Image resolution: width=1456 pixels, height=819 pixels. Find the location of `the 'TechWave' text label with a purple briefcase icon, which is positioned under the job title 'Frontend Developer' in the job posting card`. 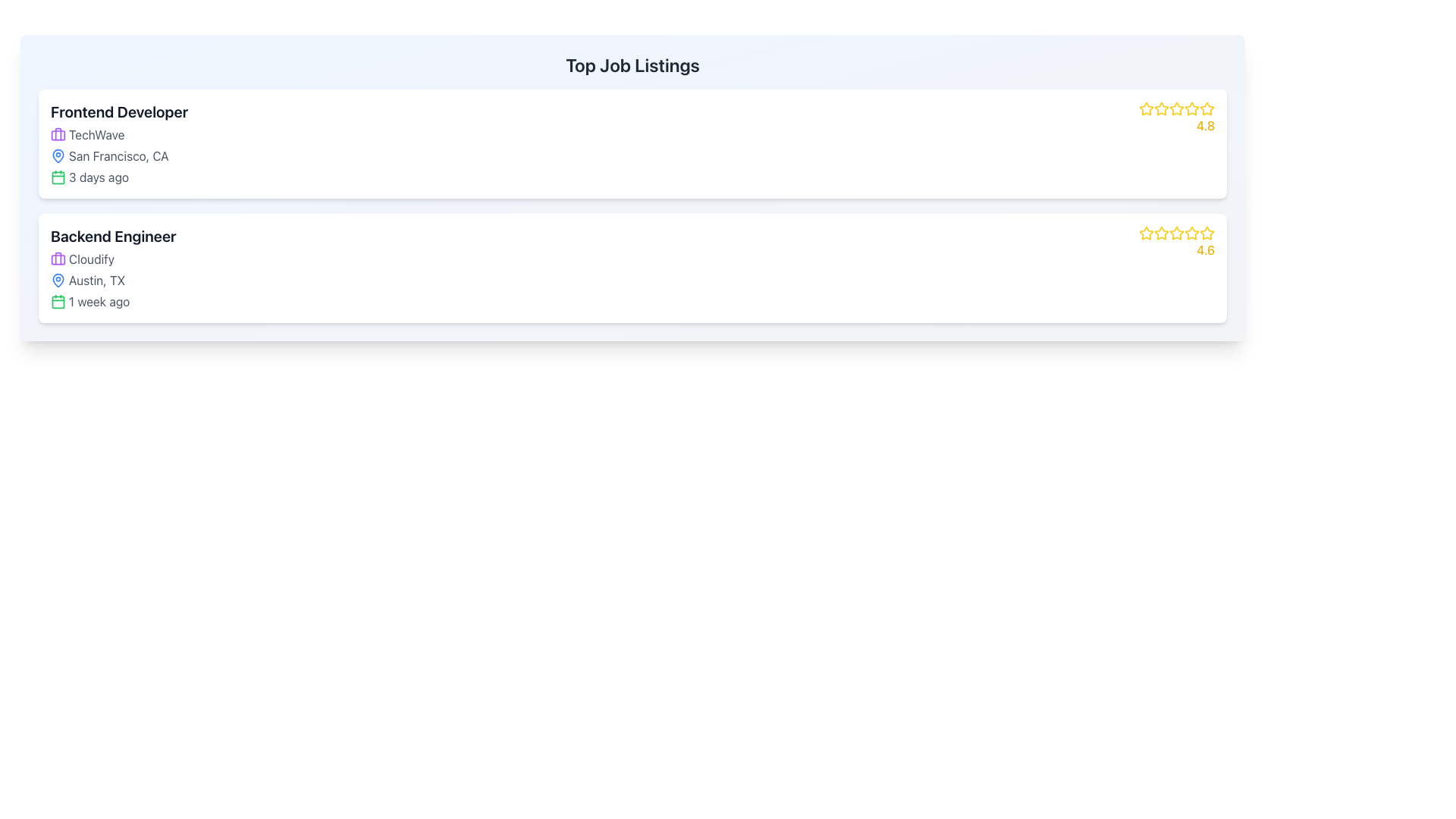

the 'TechWave' text label with a purple briefcase icon, which is positioned under the job title 'Frontend Developer' in the job posting card is located at coordinates (118, 133).